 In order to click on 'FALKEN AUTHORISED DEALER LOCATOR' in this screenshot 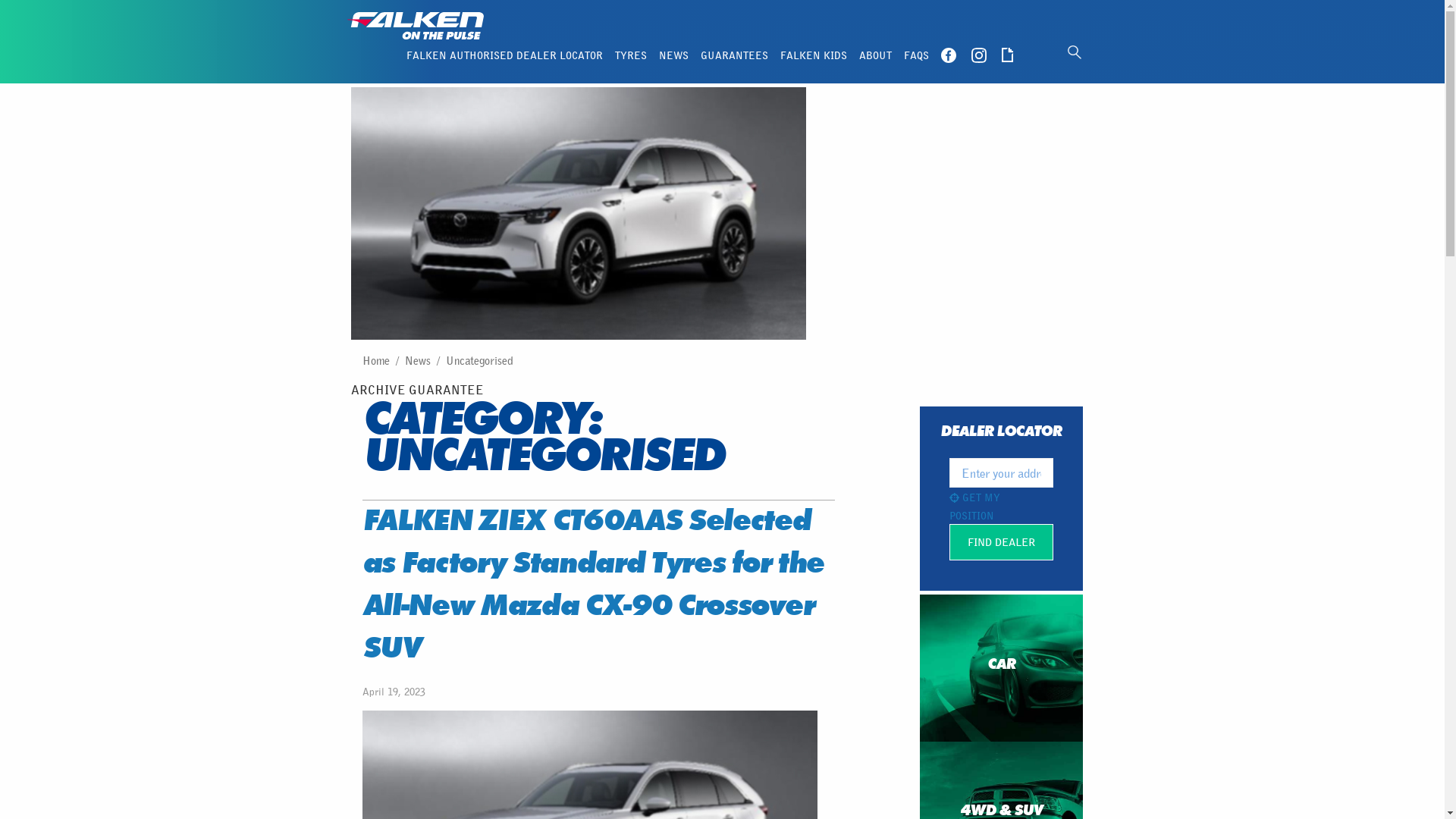, I will do `click(504, 55)`.